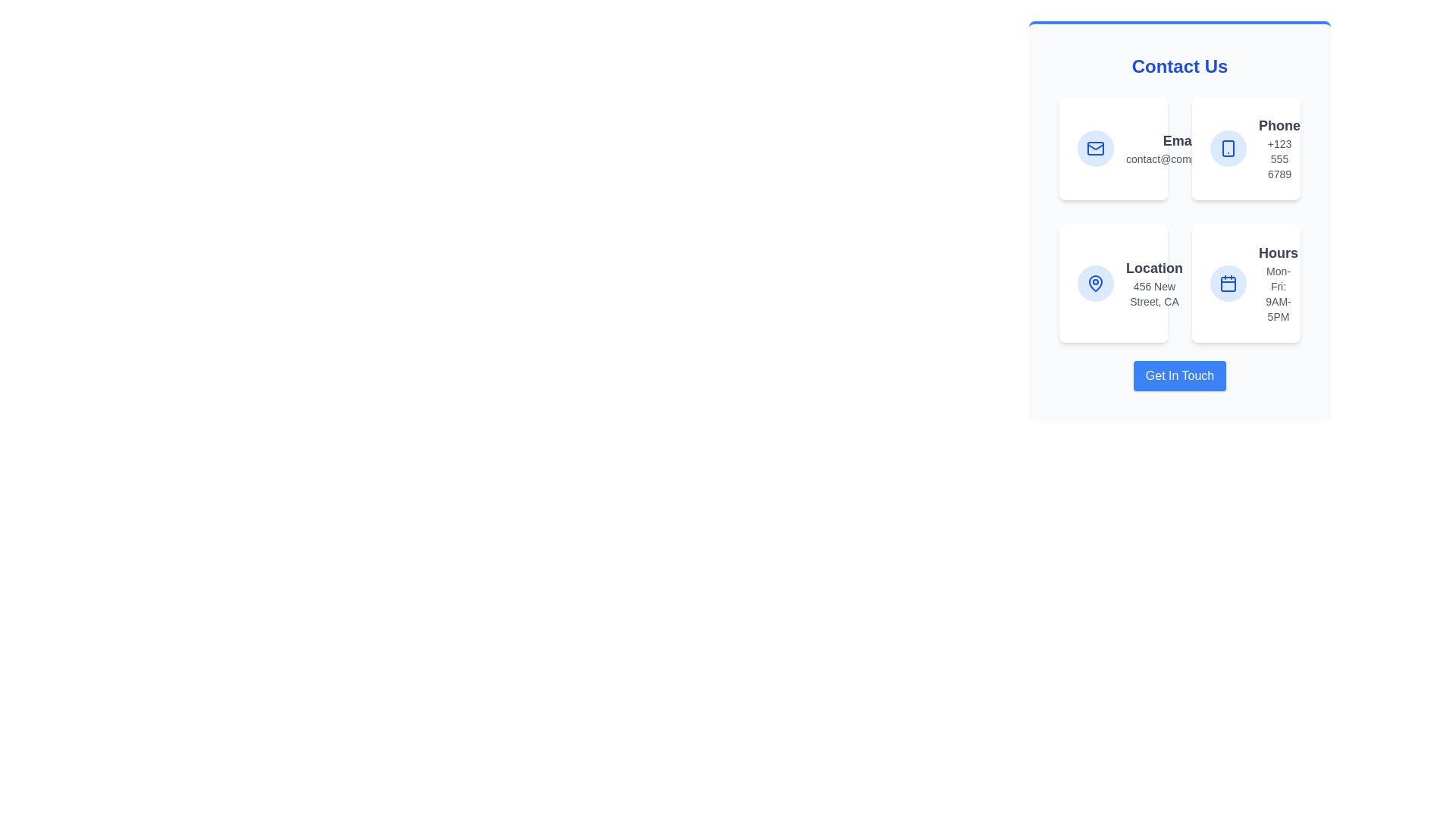 The height and width of the screenshot is (819, 1456). Describe the element at coordinates (1180, 149) in the screenshot. I see `text content displayed in the Text display element that shows 'Email' and 'contact@company.com' within the top-left card under 'Contact Us'` at that location.